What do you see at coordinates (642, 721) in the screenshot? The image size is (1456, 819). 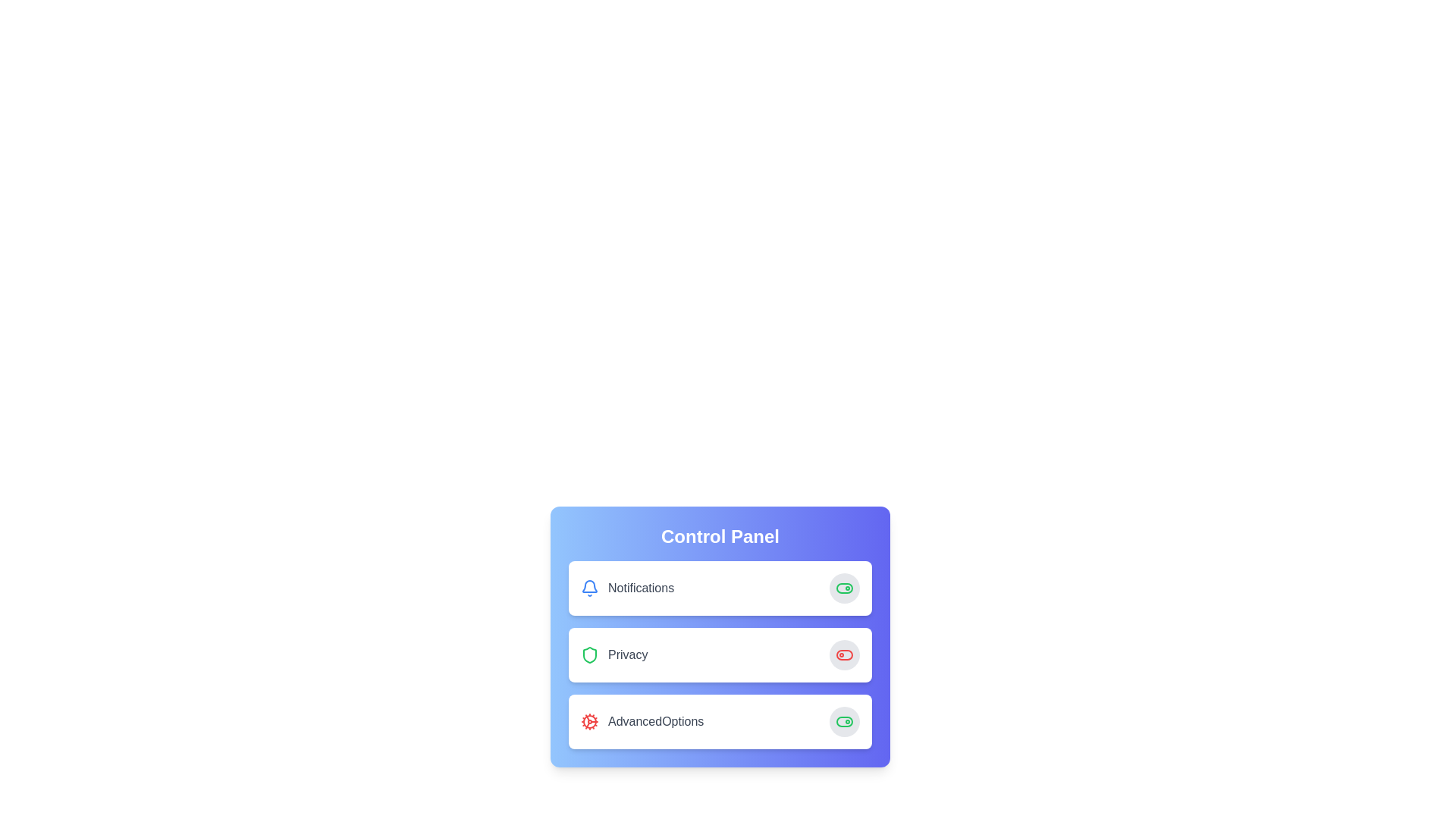 I see `the Label with Icon element that features a red cog icon followed` at bounding box center [642, 721].